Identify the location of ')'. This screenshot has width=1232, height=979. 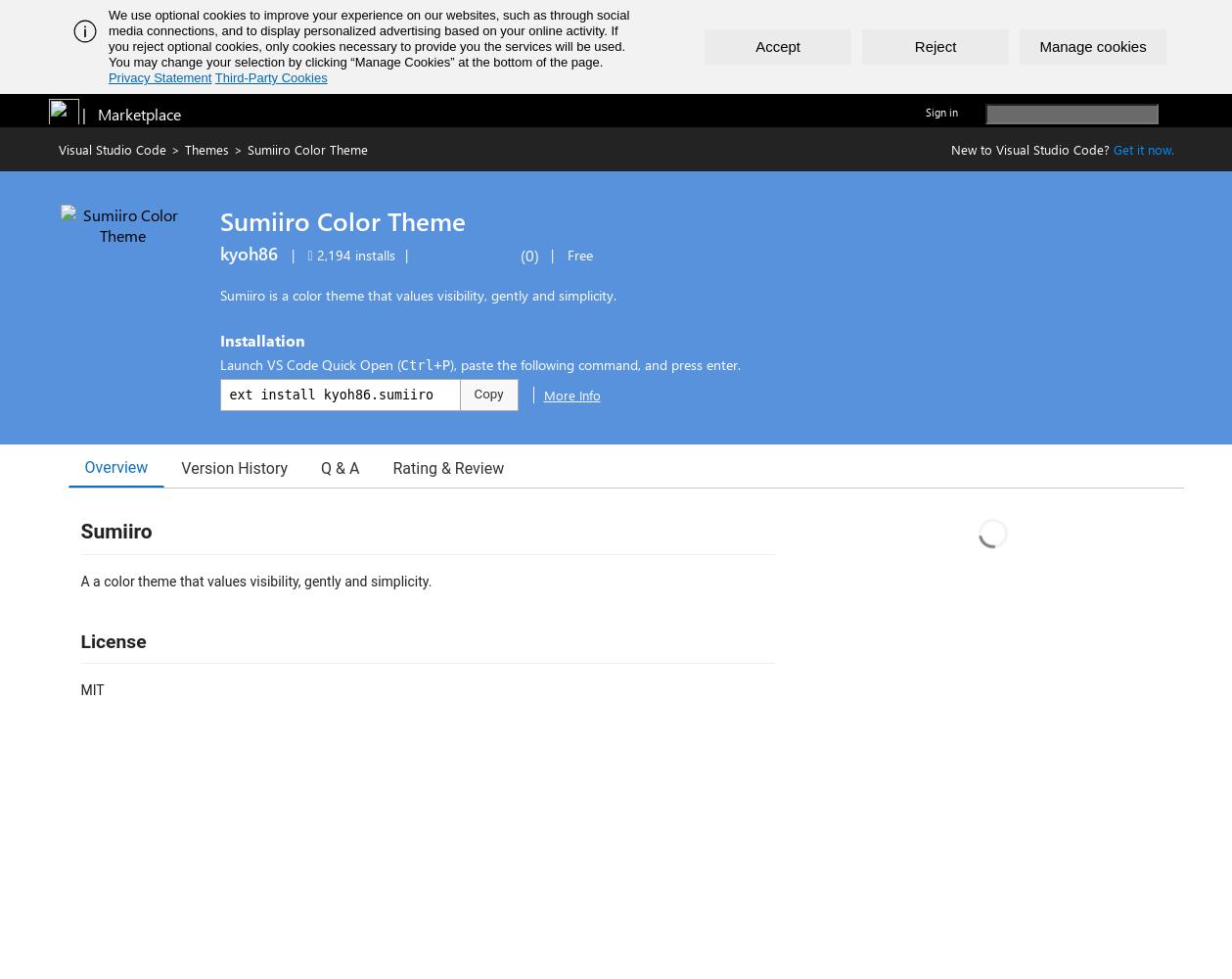
(535, 255).